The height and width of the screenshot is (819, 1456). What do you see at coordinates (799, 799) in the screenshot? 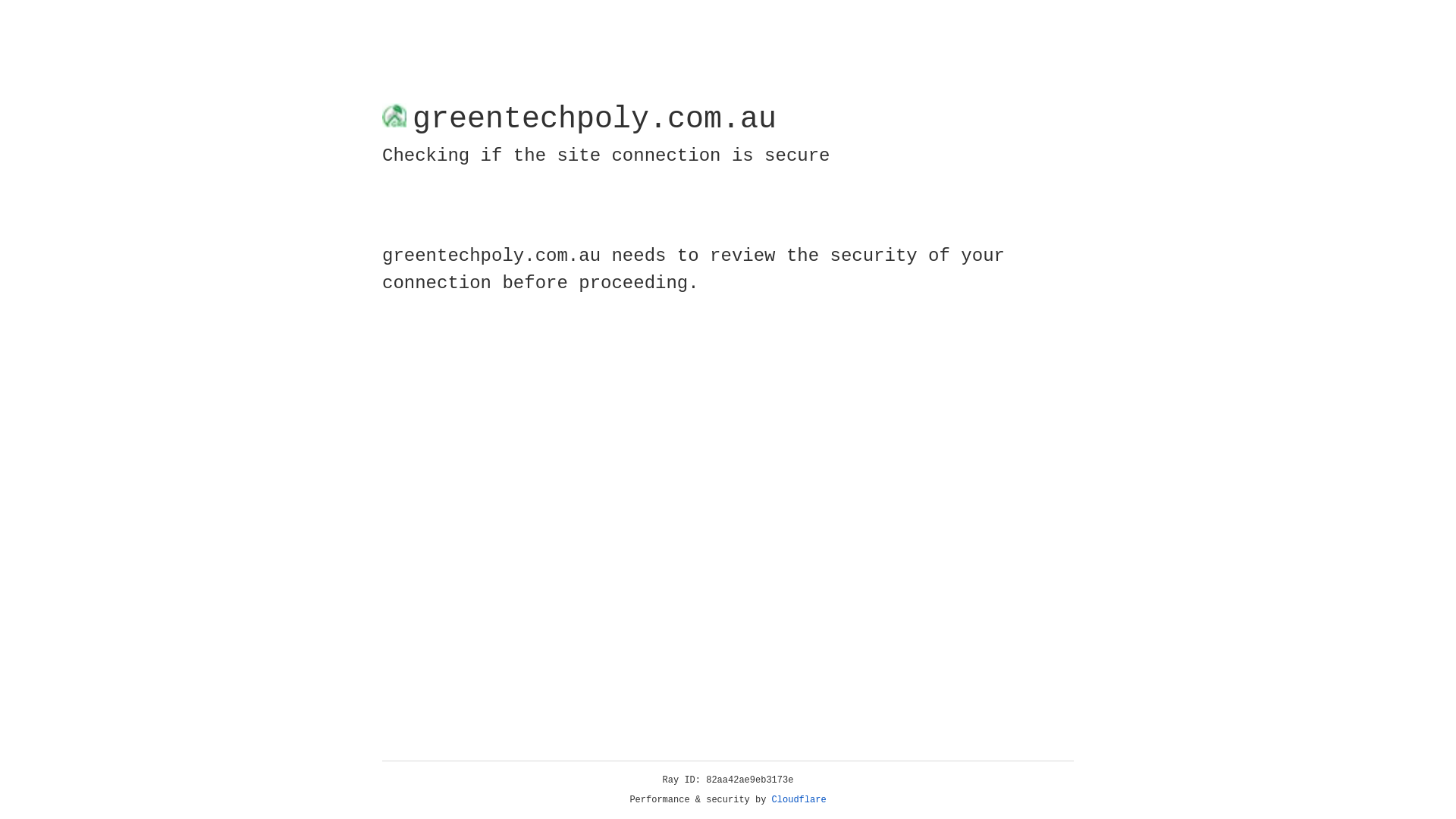
I see `'Cloudflare'` at bounding box center [799, 799].